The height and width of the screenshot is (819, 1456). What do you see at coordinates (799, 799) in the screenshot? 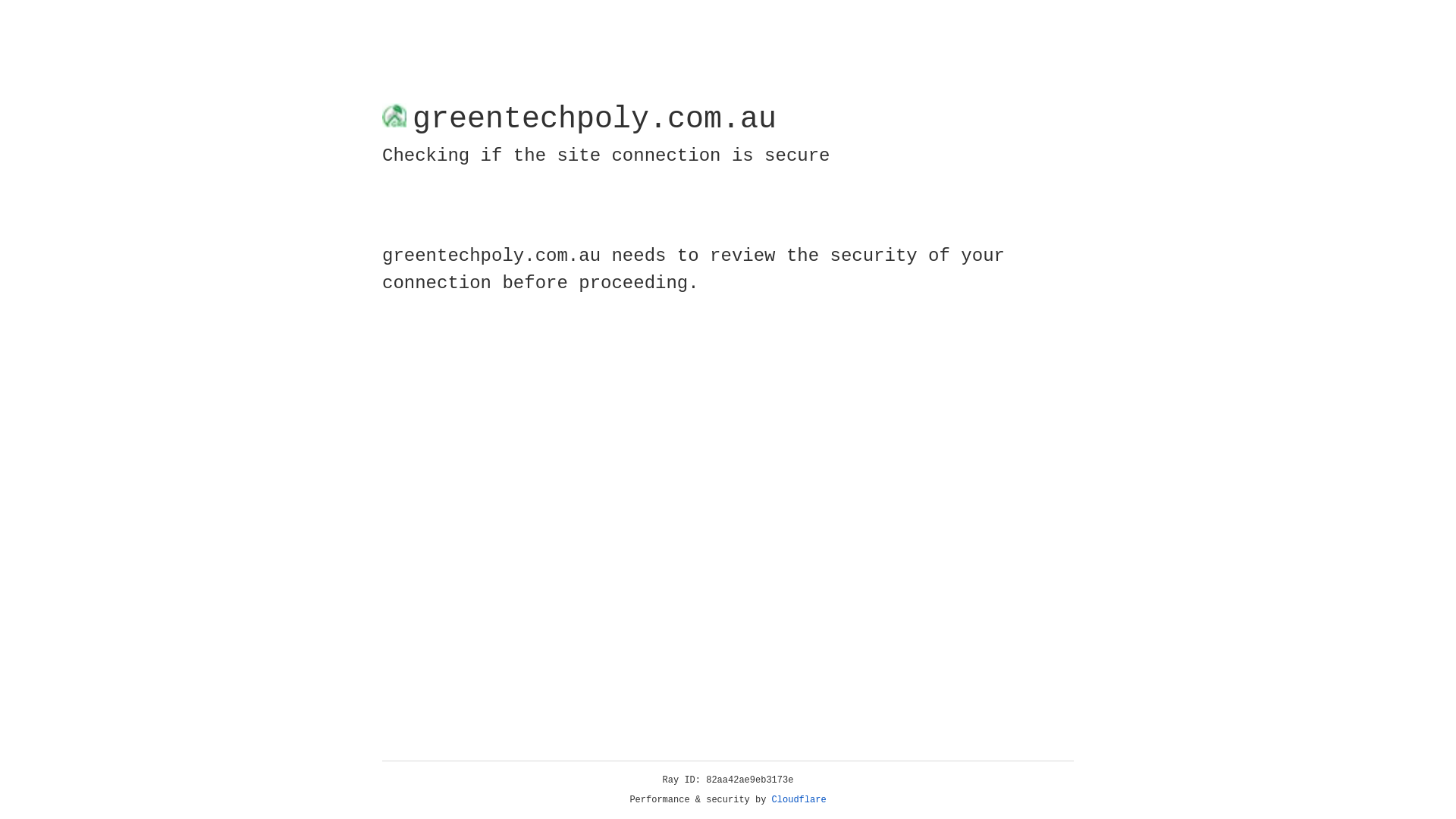
I see `'Cloudflare'` at bounding box center [799, 799].